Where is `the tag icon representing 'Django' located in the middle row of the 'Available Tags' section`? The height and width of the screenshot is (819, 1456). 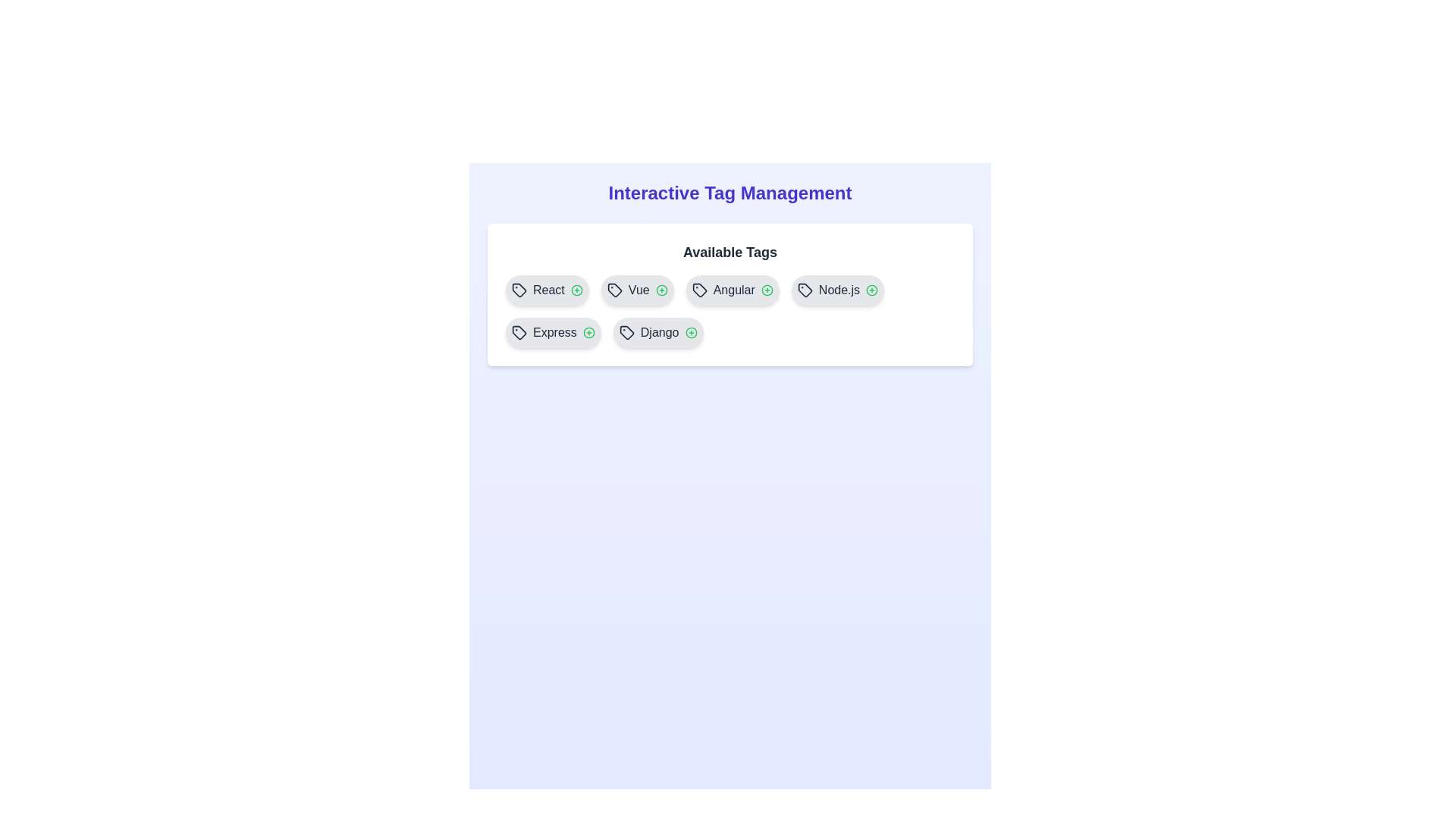
the tag icon representing 'Django' located in the middle row of the 'Available Tags' section is located at coordinates (626, 332).